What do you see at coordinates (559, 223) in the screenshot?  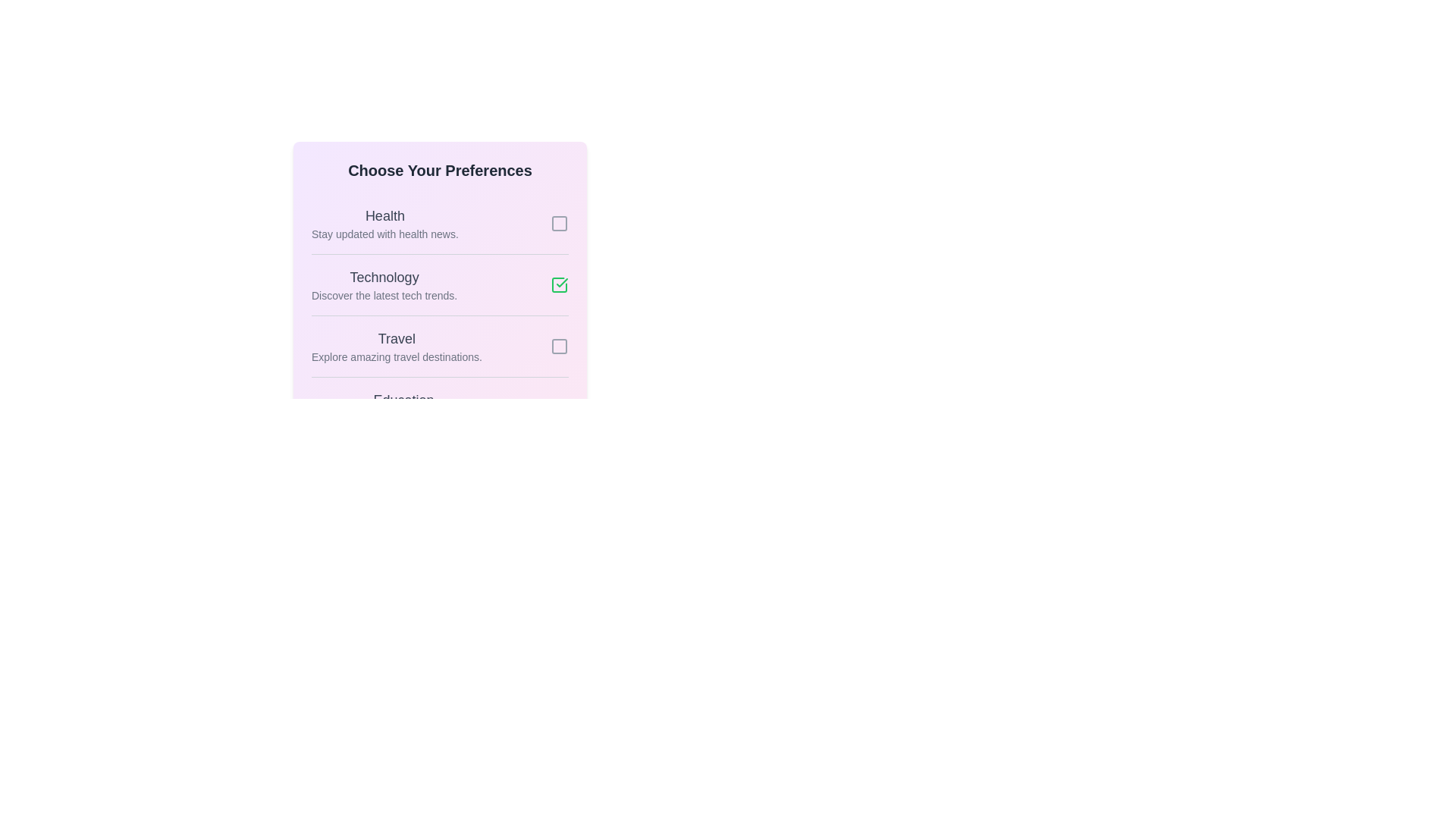 I see `the preference item identified by Health` at bounding box center [559, 223].